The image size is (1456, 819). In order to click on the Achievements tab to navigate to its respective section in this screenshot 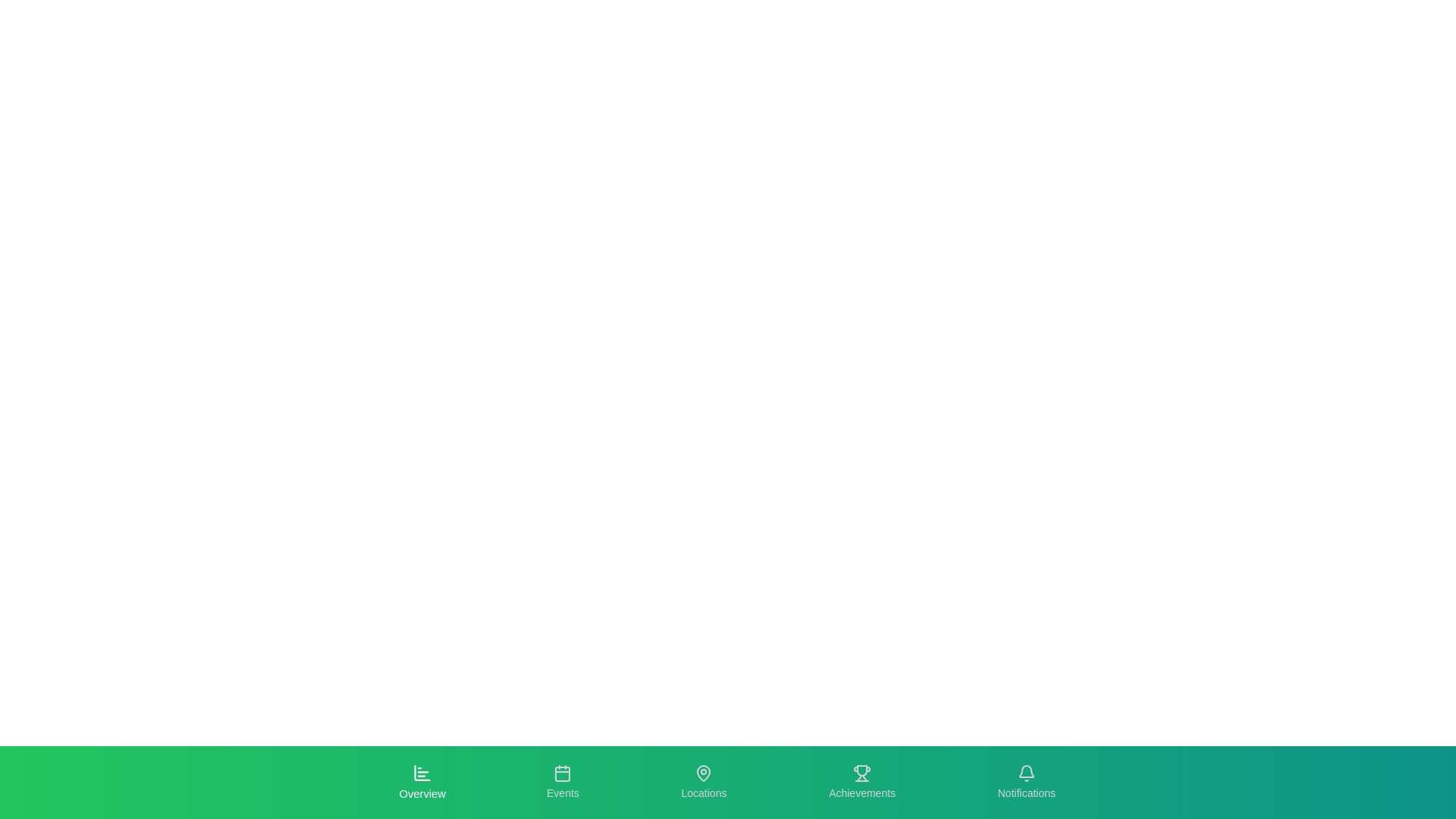, I will do `click(862, 783)`.